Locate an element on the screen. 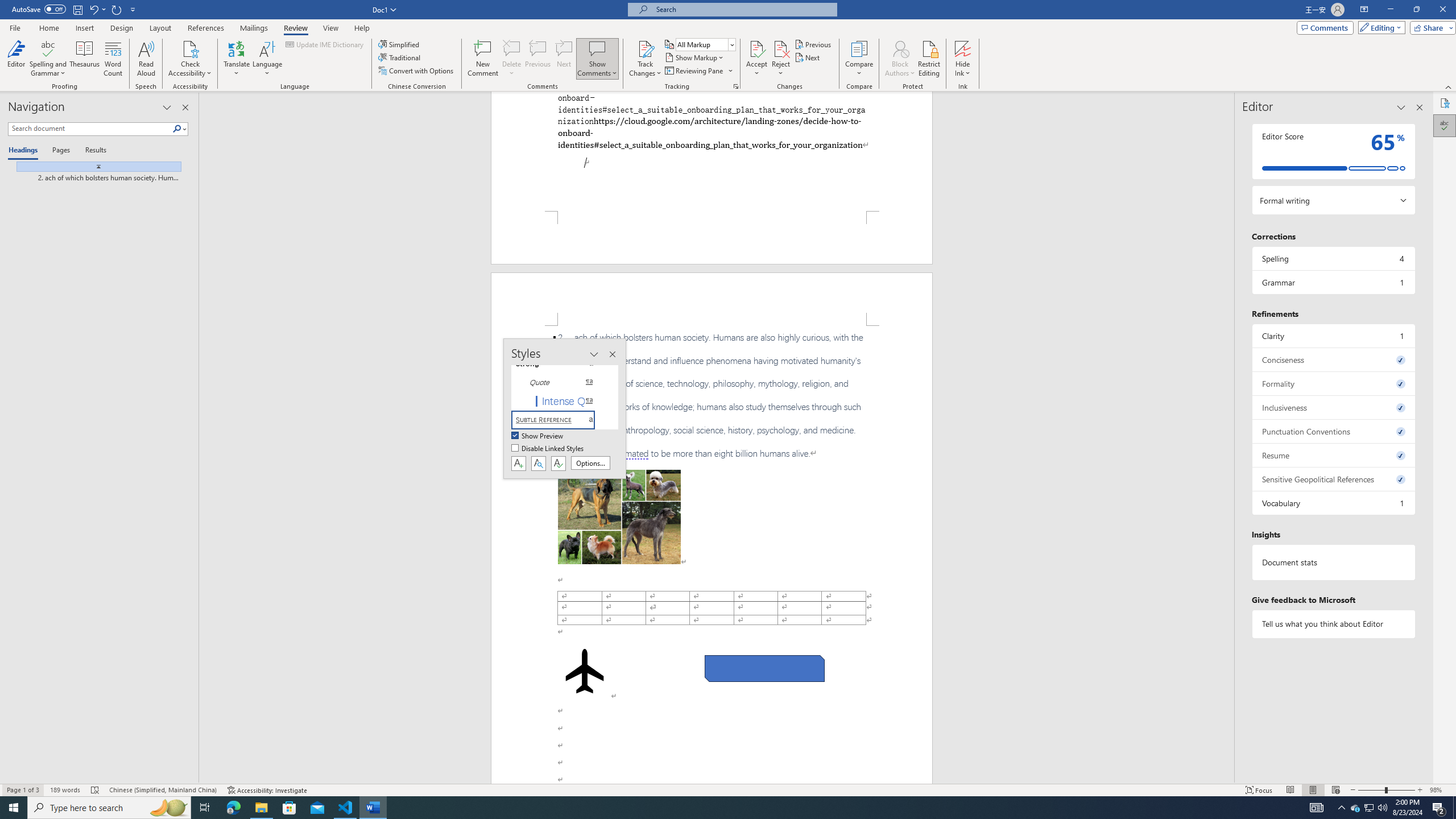  'Delete' is located at coordinates (511, 48).